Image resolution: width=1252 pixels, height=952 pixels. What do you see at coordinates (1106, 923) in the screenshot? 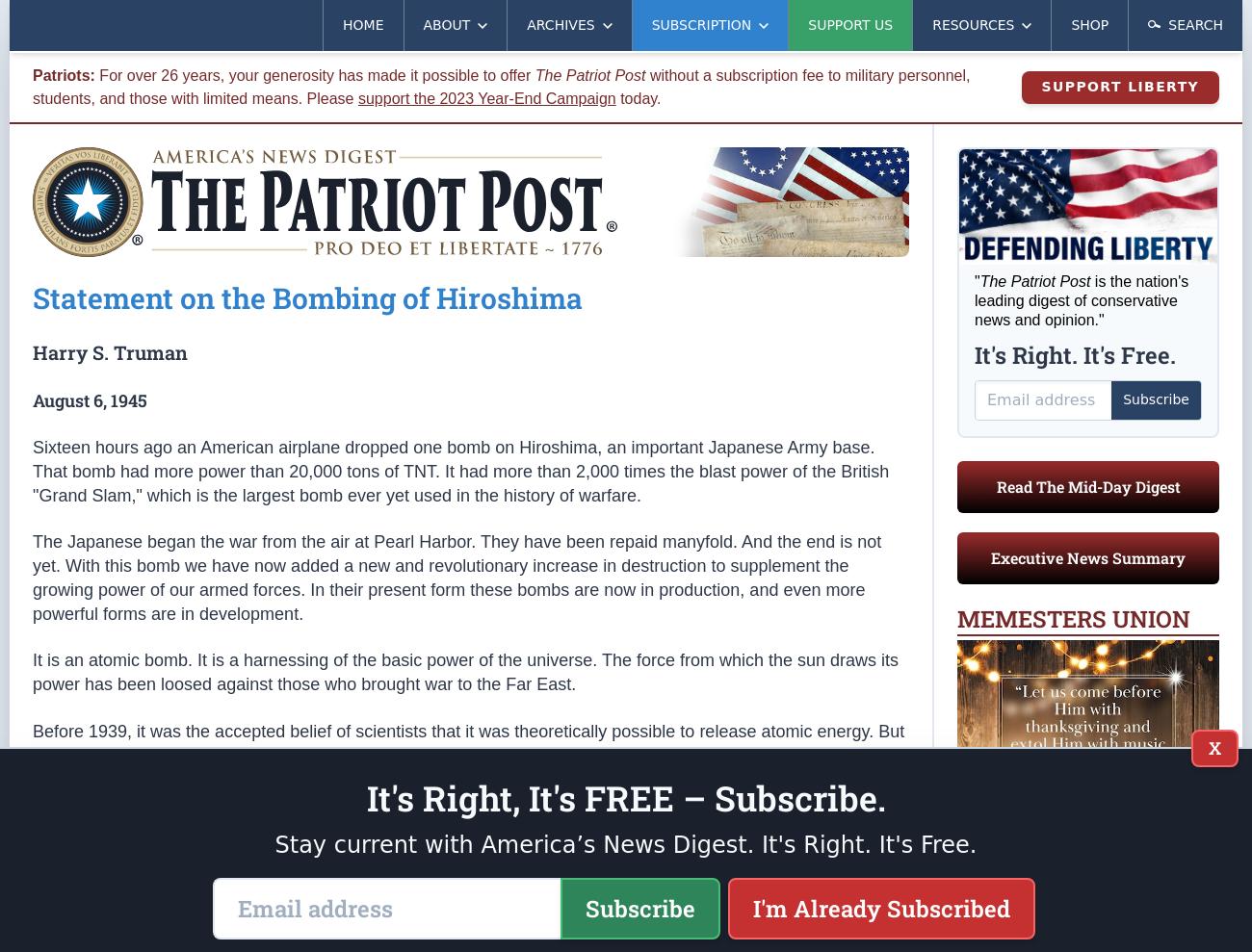
I see `'More Memes >'` at bounding box center [1106, 923].